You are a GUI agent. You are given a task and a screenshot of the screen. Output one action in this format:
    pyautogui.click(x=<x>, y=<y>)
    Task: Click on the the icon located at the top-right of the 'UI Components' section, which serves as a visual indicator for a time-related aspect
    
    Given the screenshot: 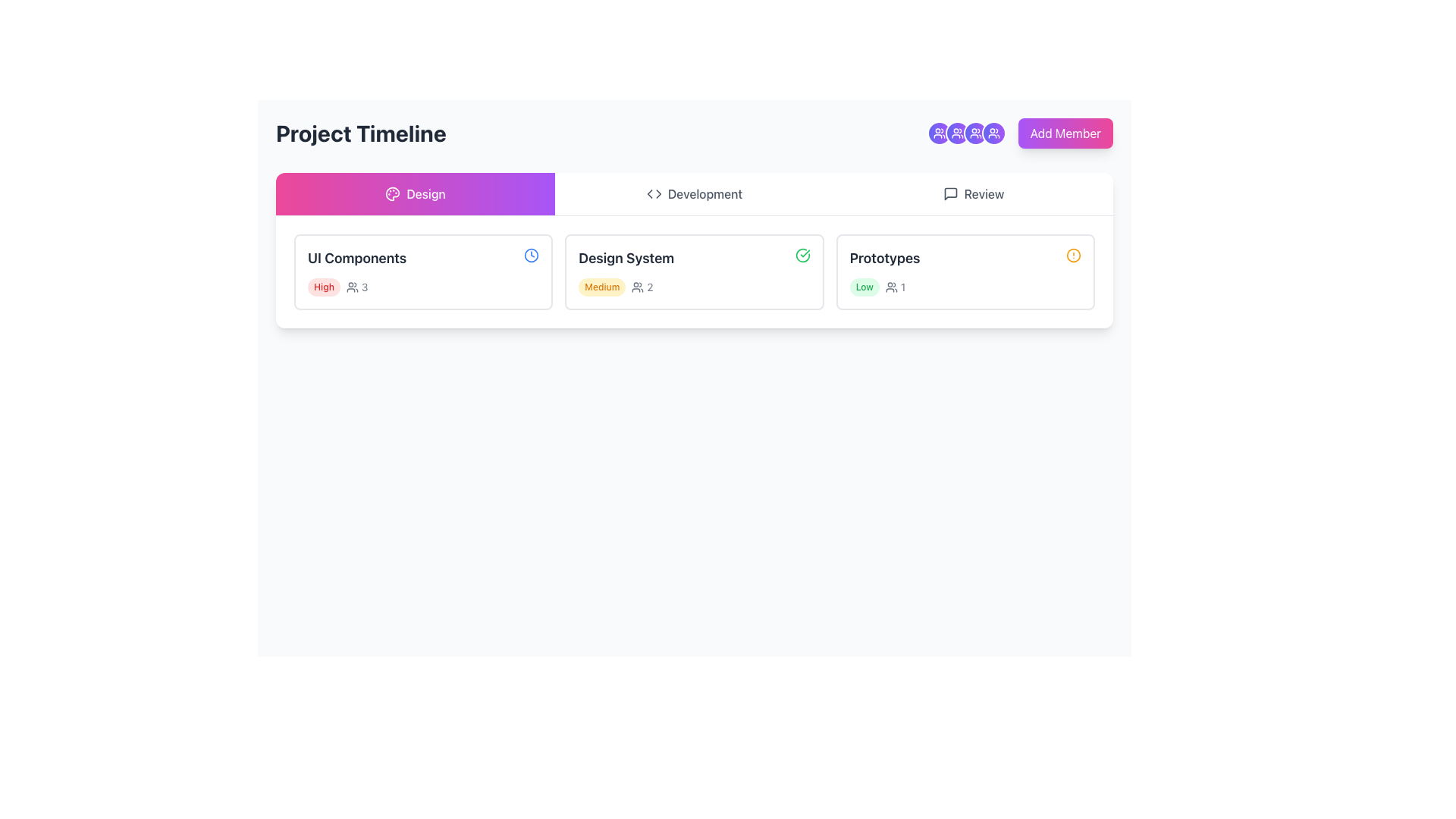 What is the action you would take?
    pyautogui.click(x=532, y=254)
    